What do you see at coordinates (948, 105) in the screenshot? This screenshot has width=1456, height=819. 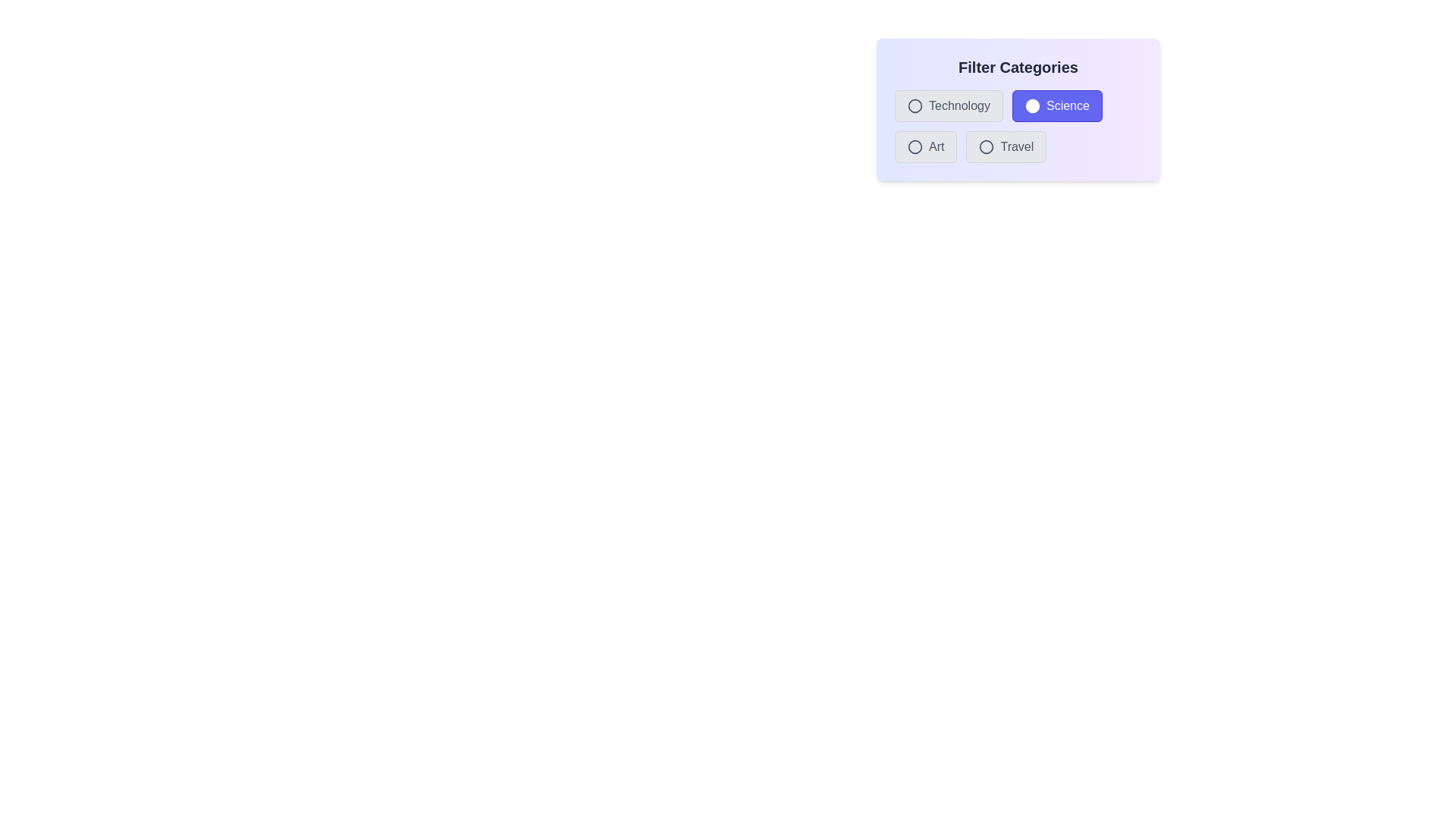 I see `the category name text` at bounding box center [948, 105].